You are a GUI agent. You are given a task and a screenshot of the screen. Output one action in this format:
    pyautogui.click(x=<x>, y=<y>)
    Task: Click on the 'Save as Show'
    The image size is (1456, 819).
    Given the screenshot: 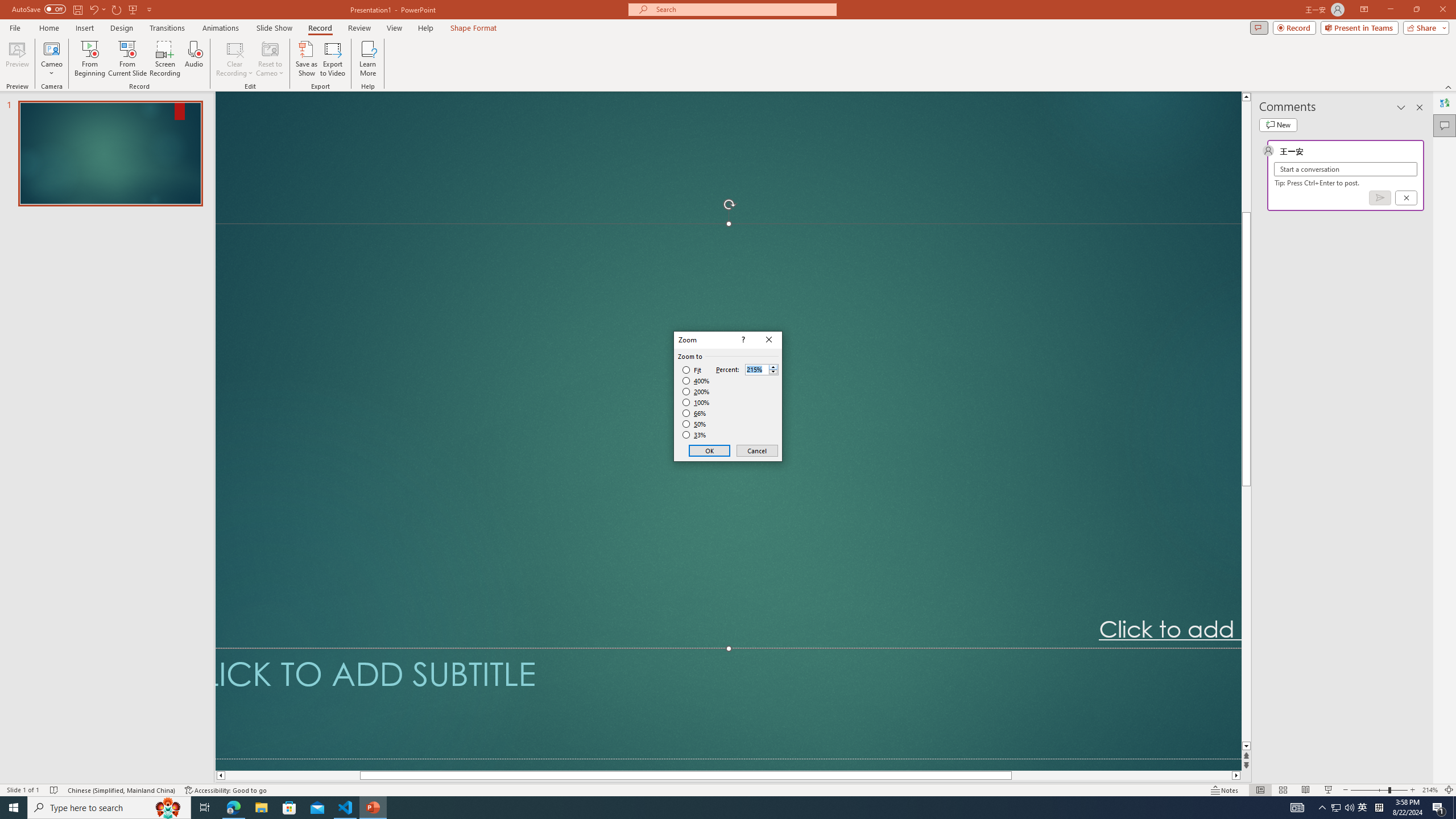 What is the action you would take?
    pyautogui.click(x=306, y=59)
    